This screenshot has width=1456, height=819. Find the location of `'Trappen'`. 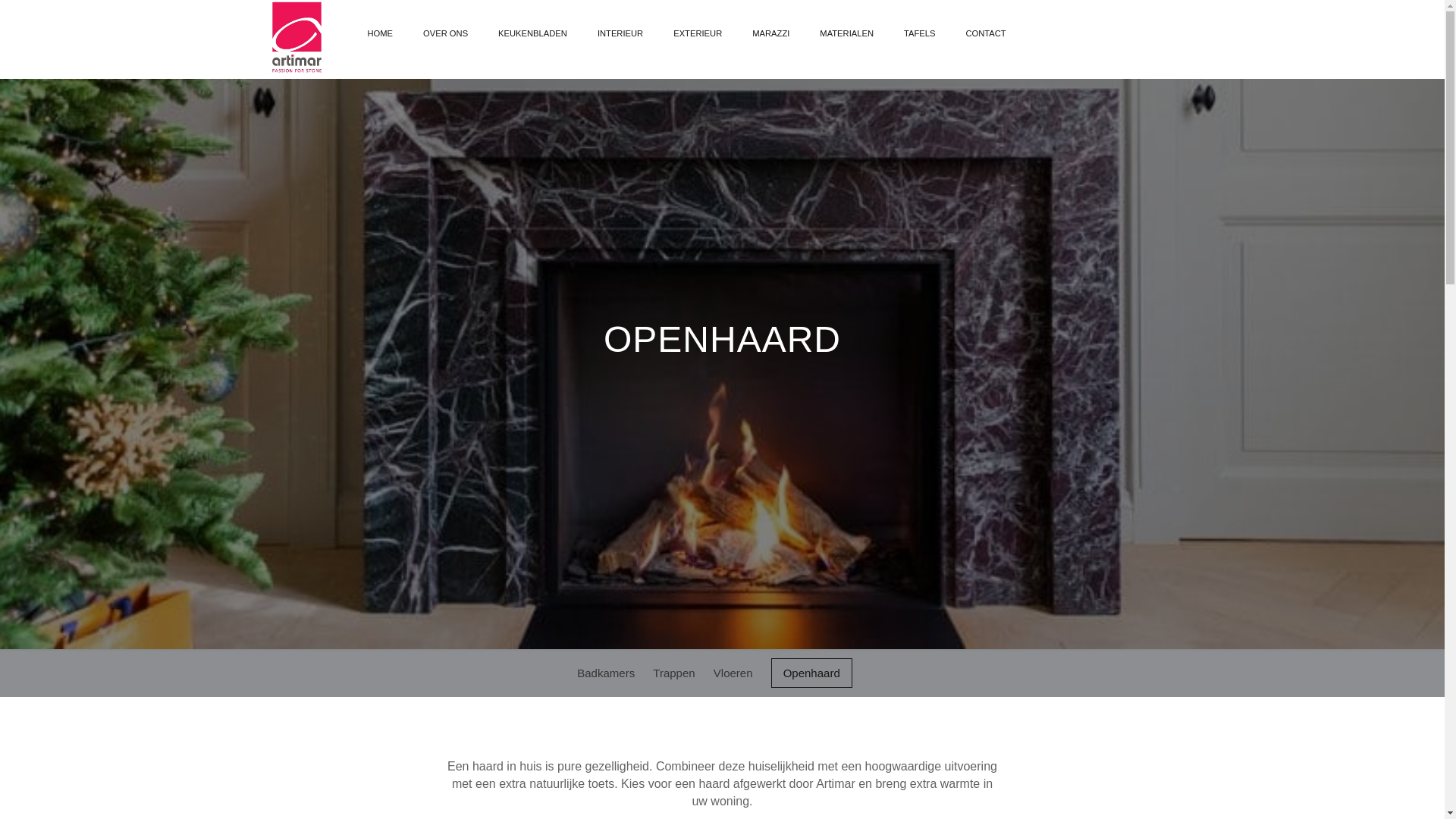

'Trappen' is located at coordinates (652, 672).